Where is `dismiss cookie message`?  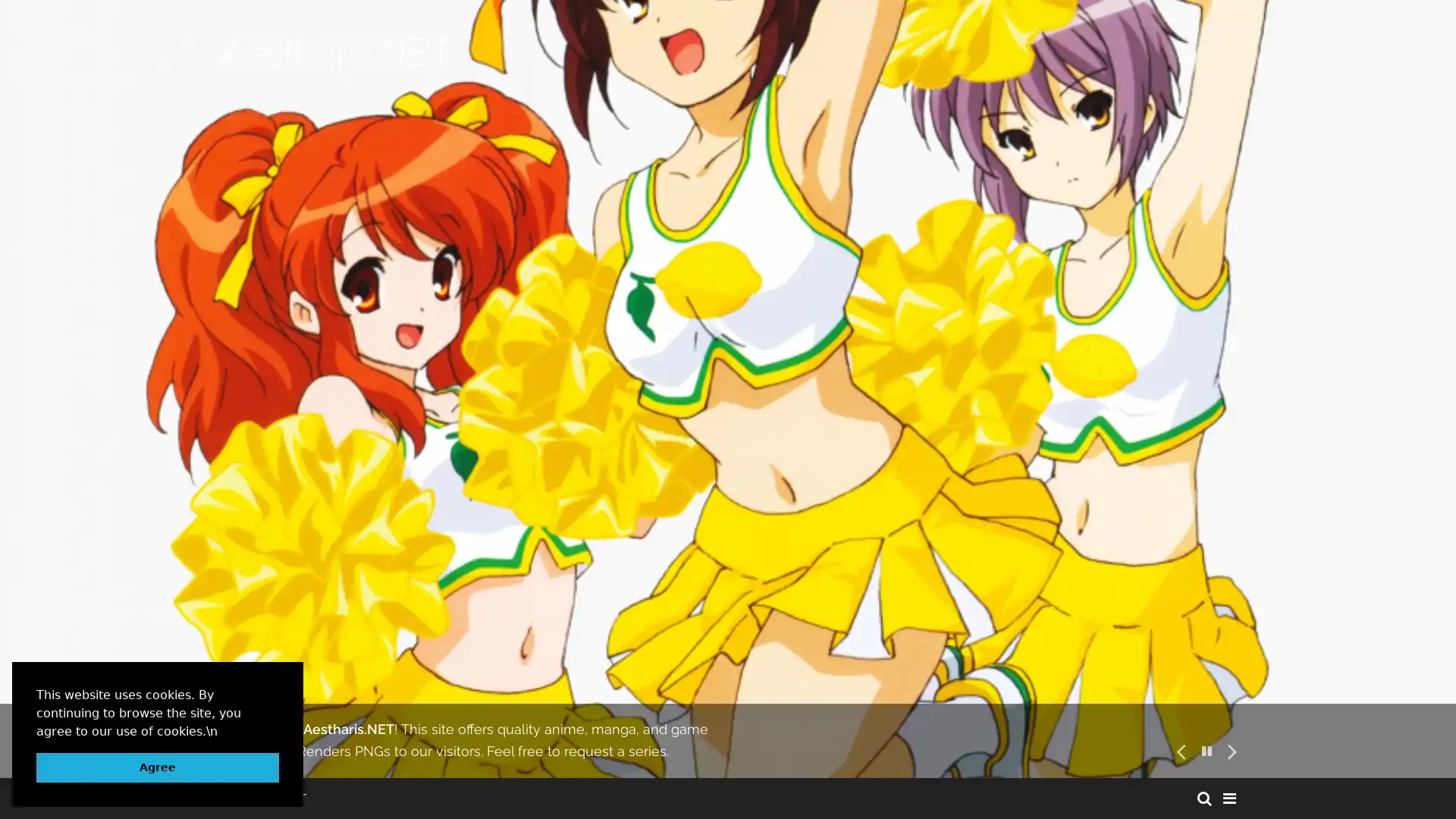 dismiss cookie message is located at coordinates (157, 767).